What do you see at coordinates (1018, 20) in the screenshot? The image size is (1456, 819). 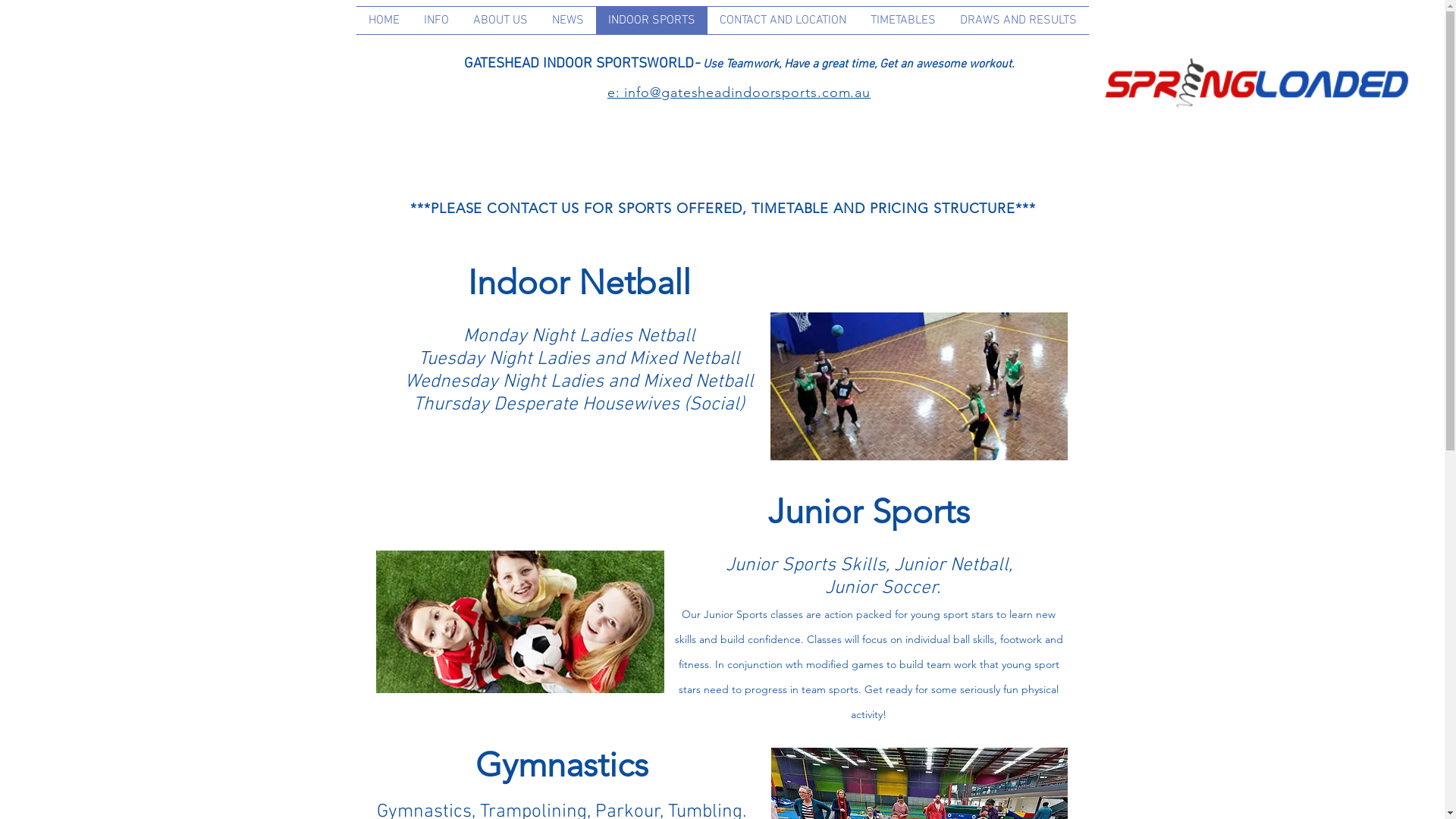 I see `'DRAWS AND RESULTS'` at bounding box center [1018, 20].